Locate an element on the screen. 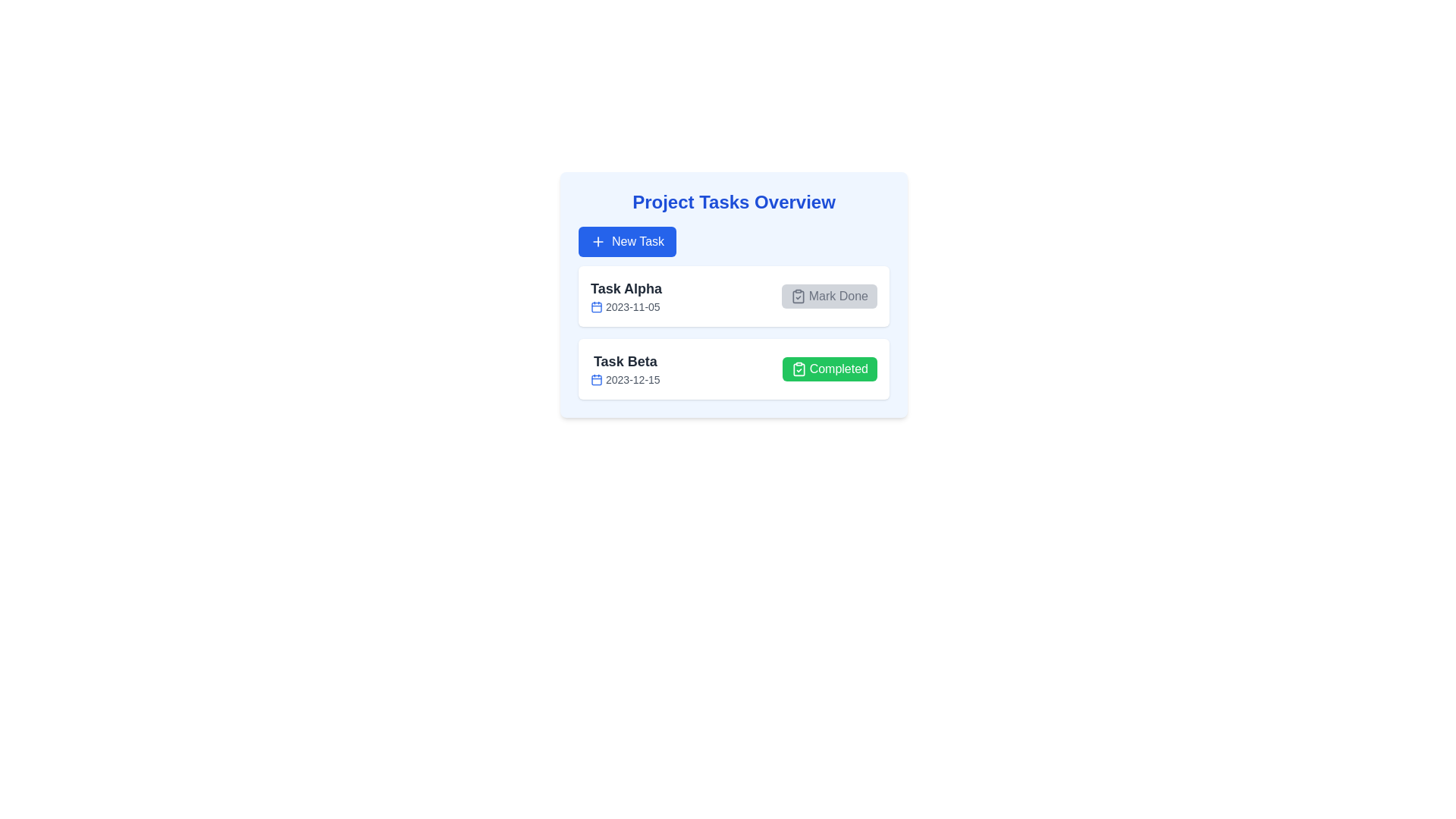 The height and width of the screenshot is (819, 1456). the static text label that identifies the task, positioned above the date label '2023-12-15' and beside the green button labeled 'Completed' is located at coordinates (625, 362).